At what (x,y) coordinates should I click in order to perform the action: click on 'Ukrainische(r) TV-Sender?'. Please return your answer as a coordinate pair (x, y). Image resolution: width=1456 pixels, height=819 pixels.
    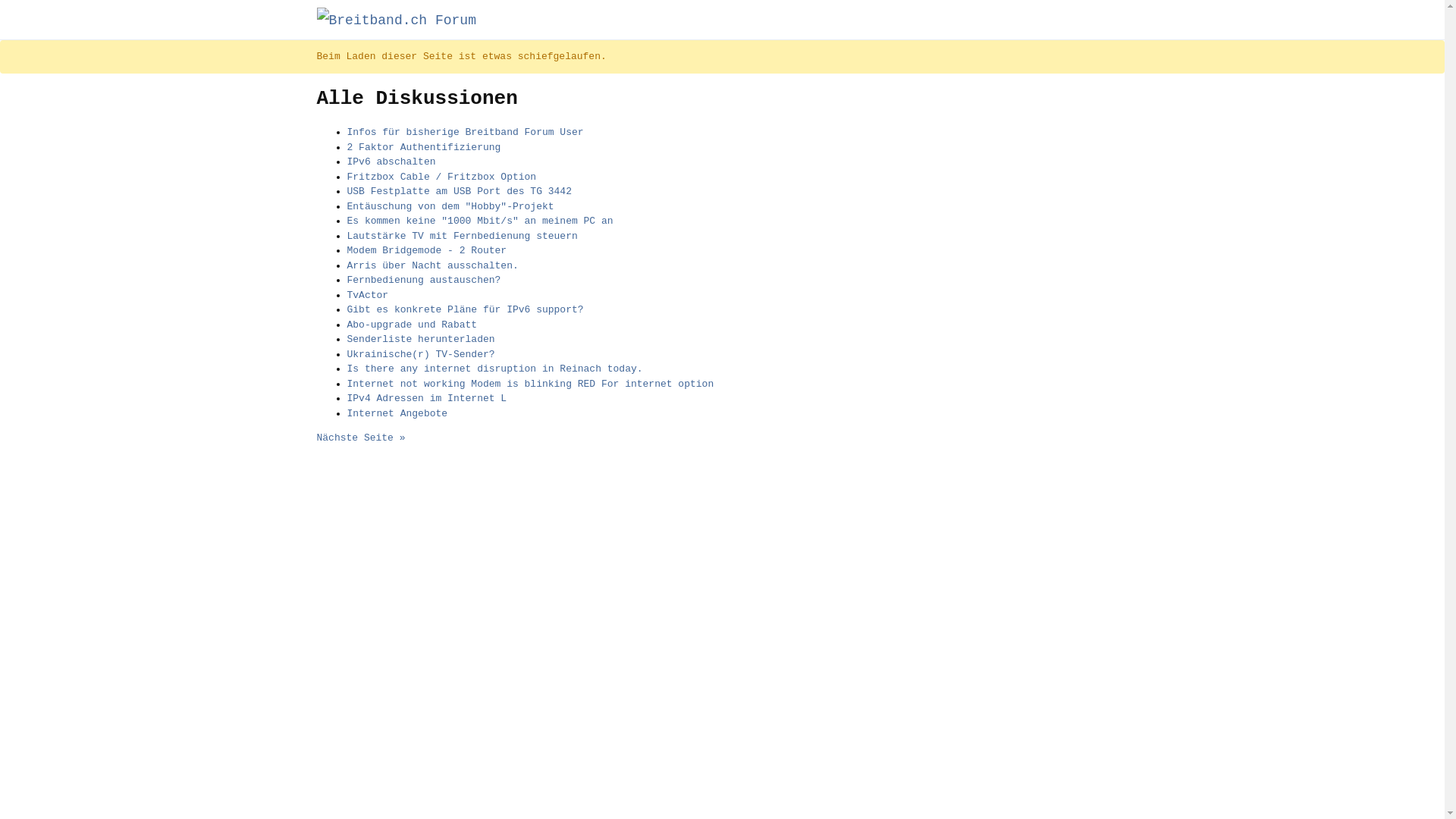
    Looking at the image, I should click on (346, 354).